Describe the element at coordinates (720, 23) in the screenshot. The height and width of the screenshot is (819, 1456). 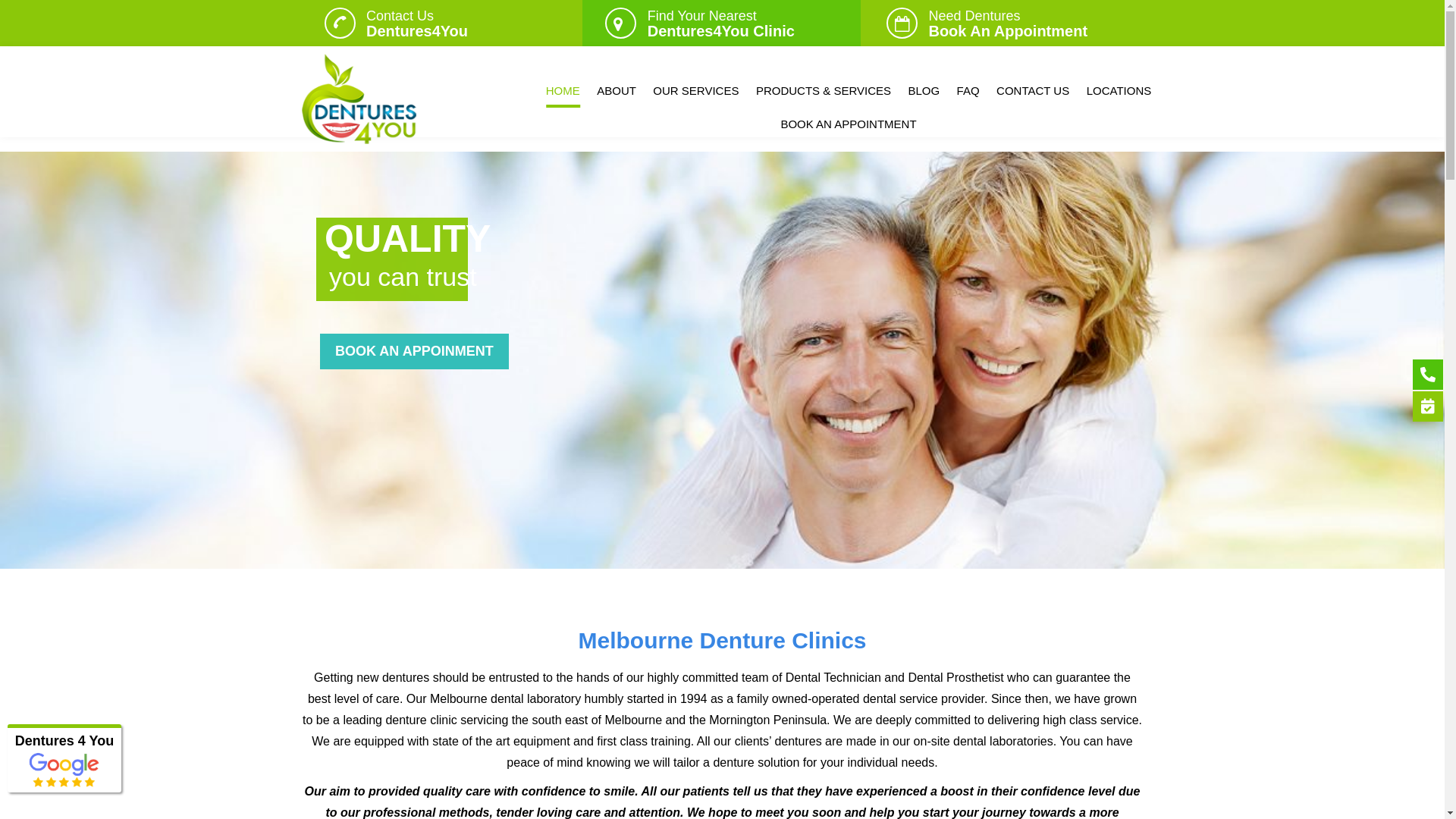
I see `'Find Your Nearest` at that location.